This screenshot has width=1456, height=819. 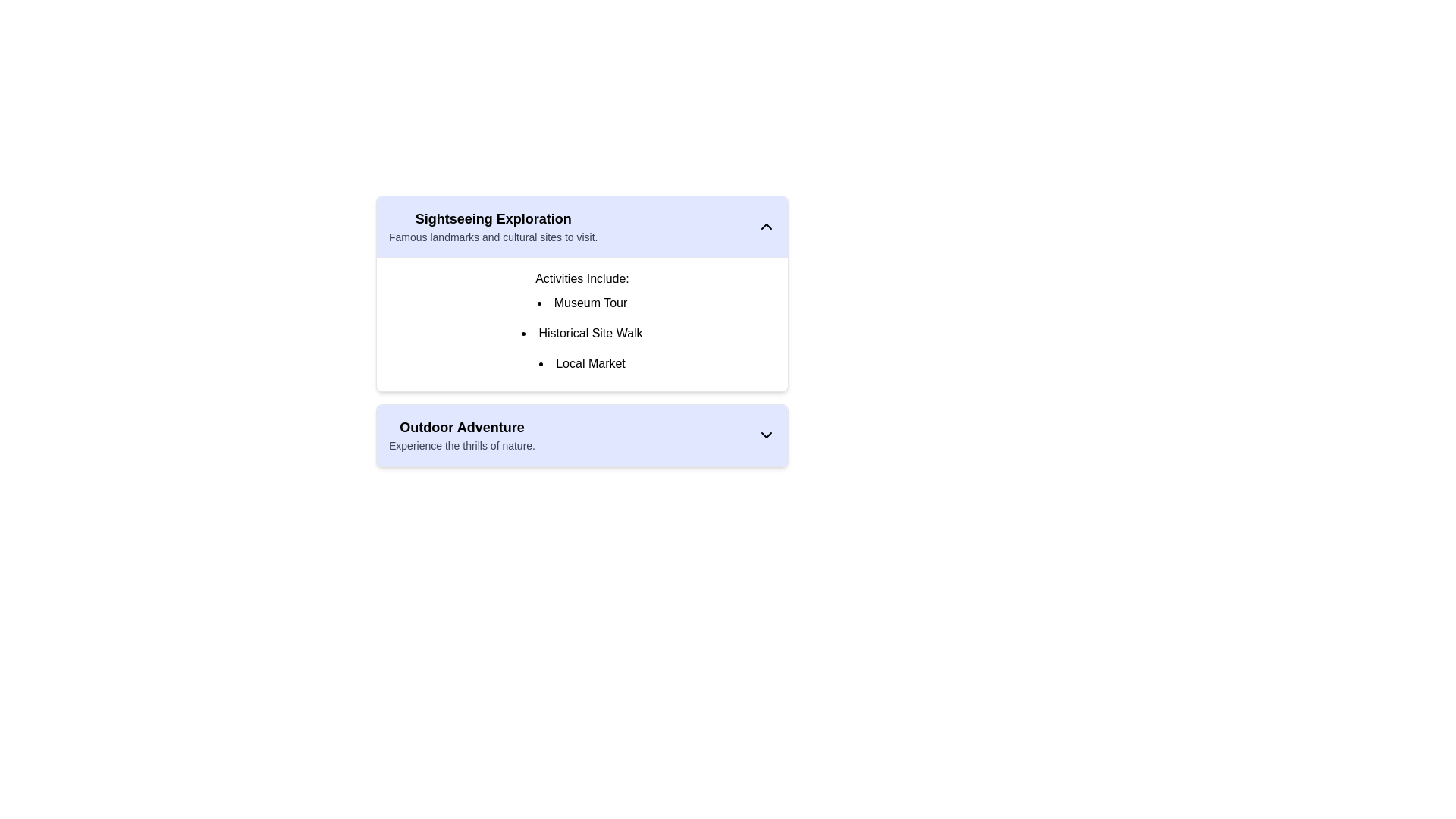 I want to click on the small downward-pointing chevron icon located at the right end of the 'Outdoor Adventure' section, which is aligned horizontally with the text 'Outdoor Adventure' and 'Experience the thrills of nature.', so click(x=767, y=435).